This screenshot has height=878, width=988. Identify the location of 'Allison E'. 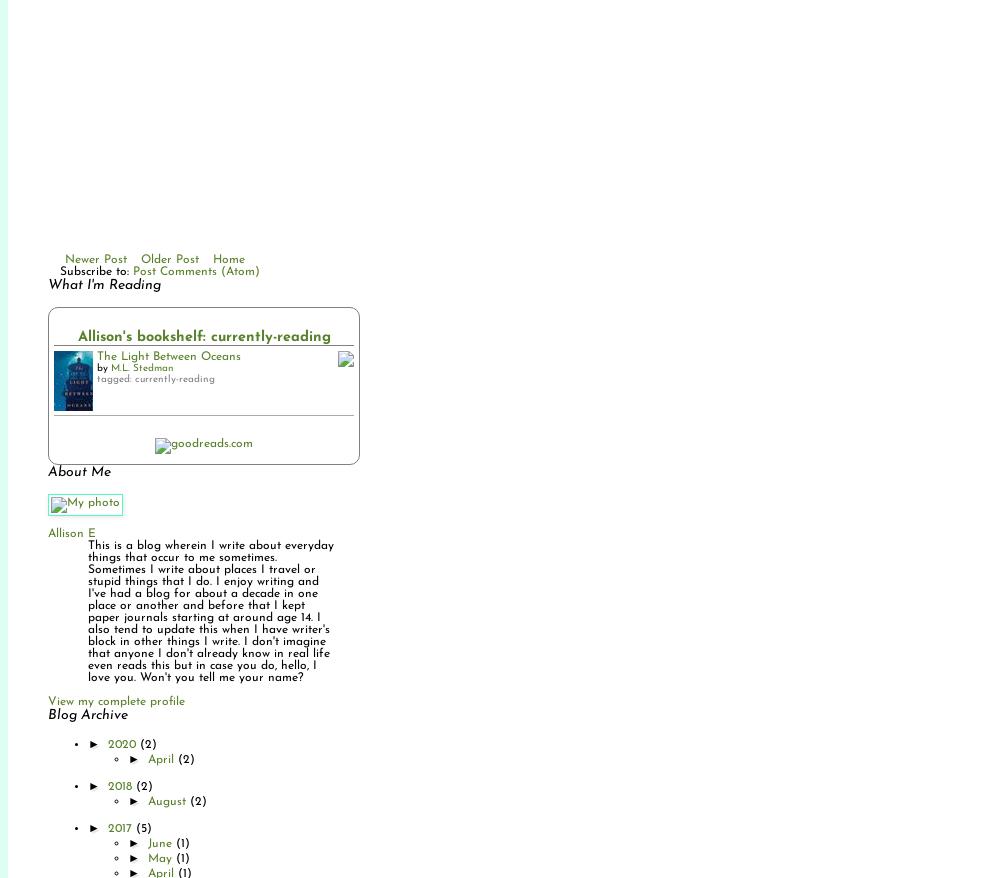
(72, 532).